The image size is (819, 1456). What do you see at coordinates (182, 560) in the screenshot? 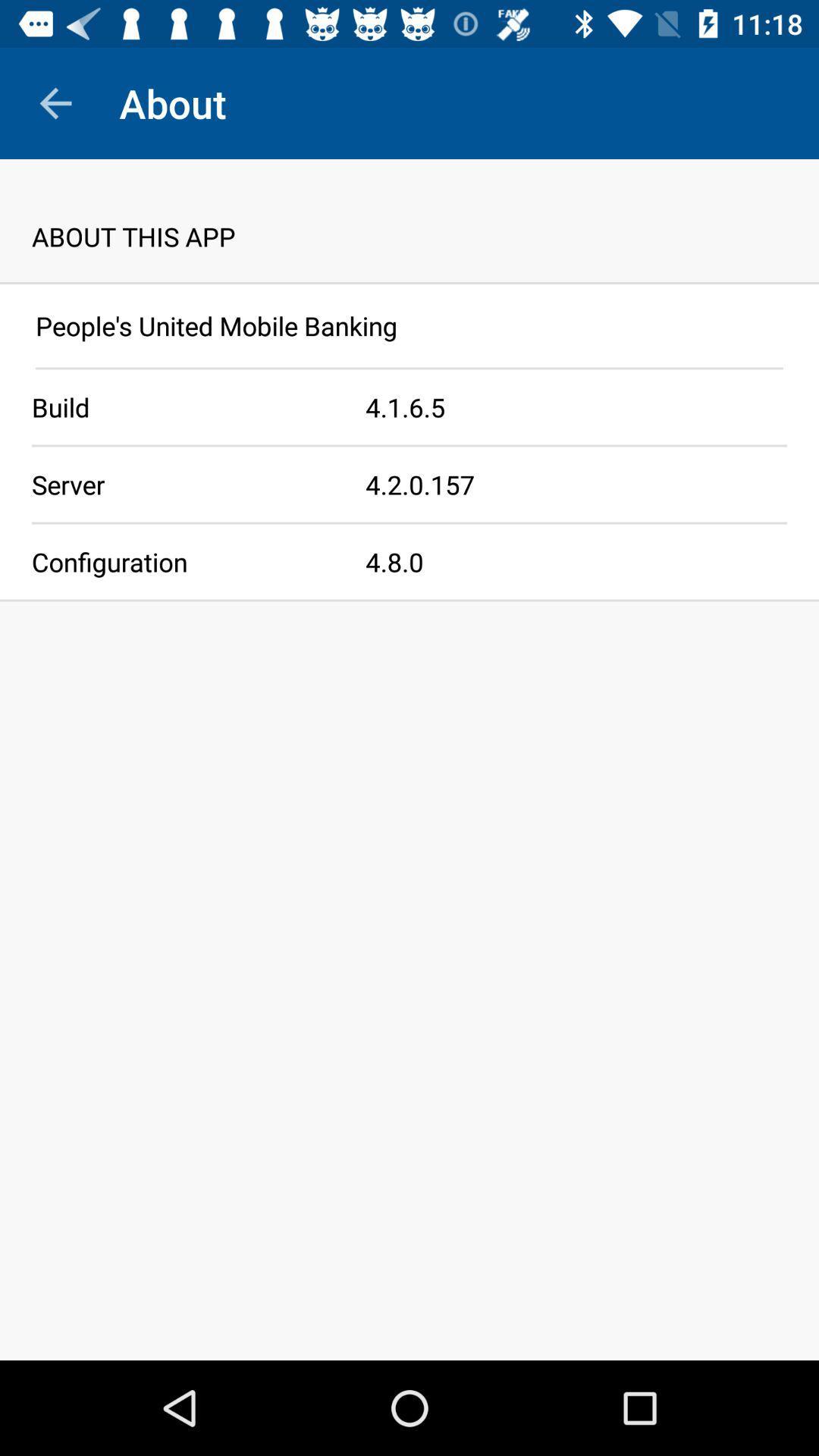
I see `configuration app` at bounding box center [182, 560].